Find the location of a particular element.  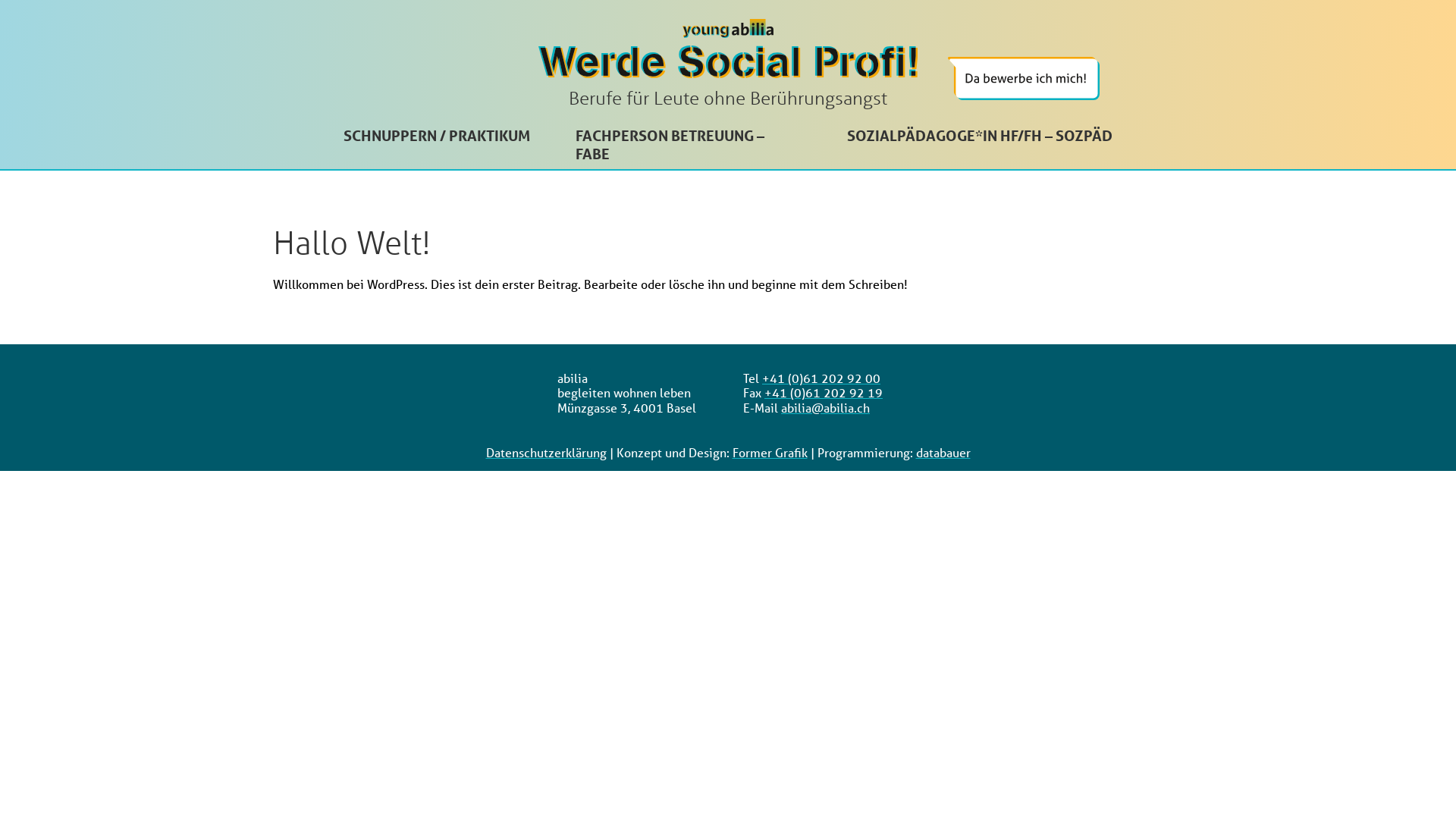

'abilia@abilia.ch' is located at coordinates (824, 406).